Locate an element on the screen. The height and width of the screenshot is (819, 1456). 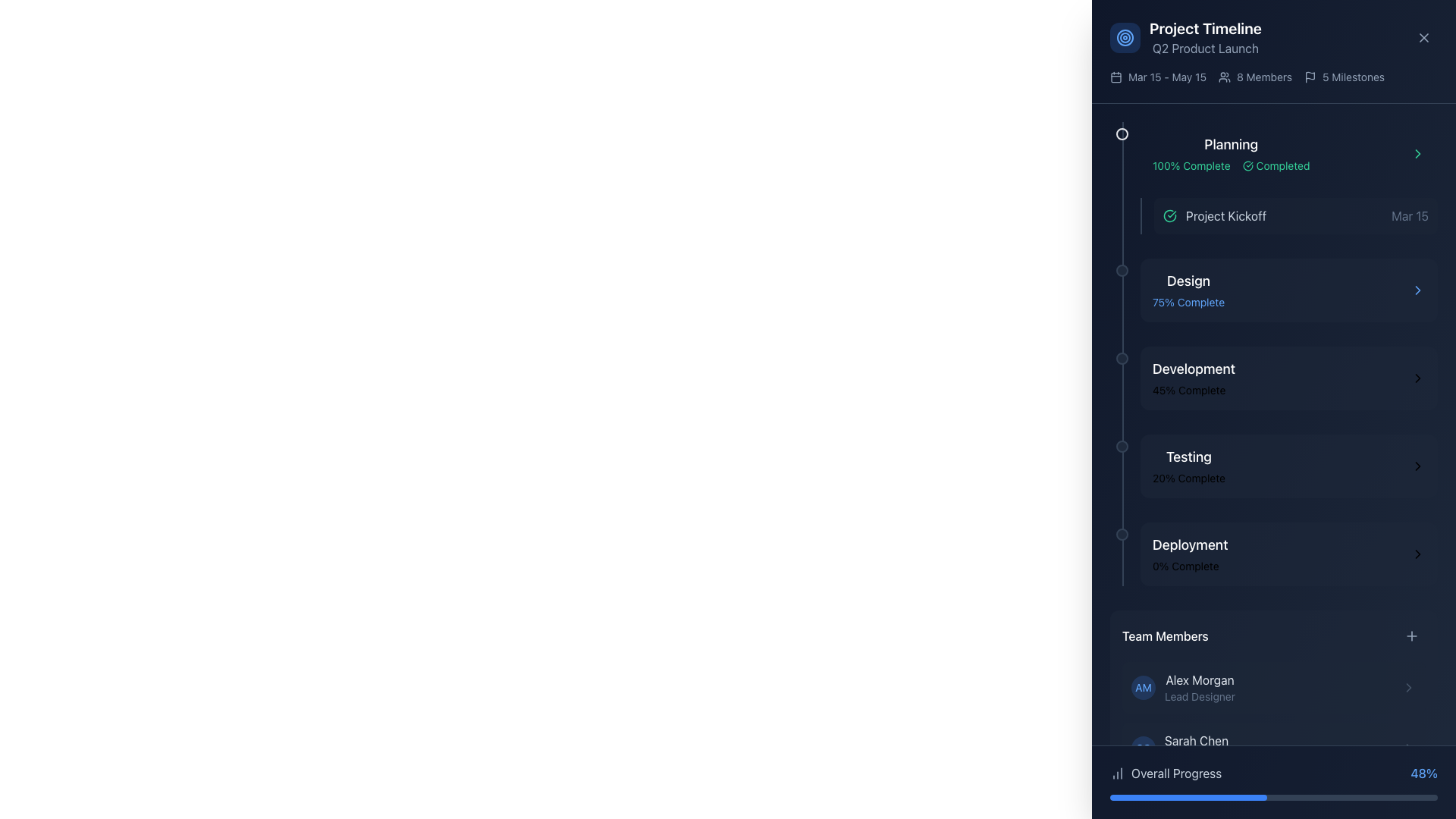
the text label displaying '45% Complete', which is part of the progress detail panel for the 'Development' section is located at coordinates (1193, 390).